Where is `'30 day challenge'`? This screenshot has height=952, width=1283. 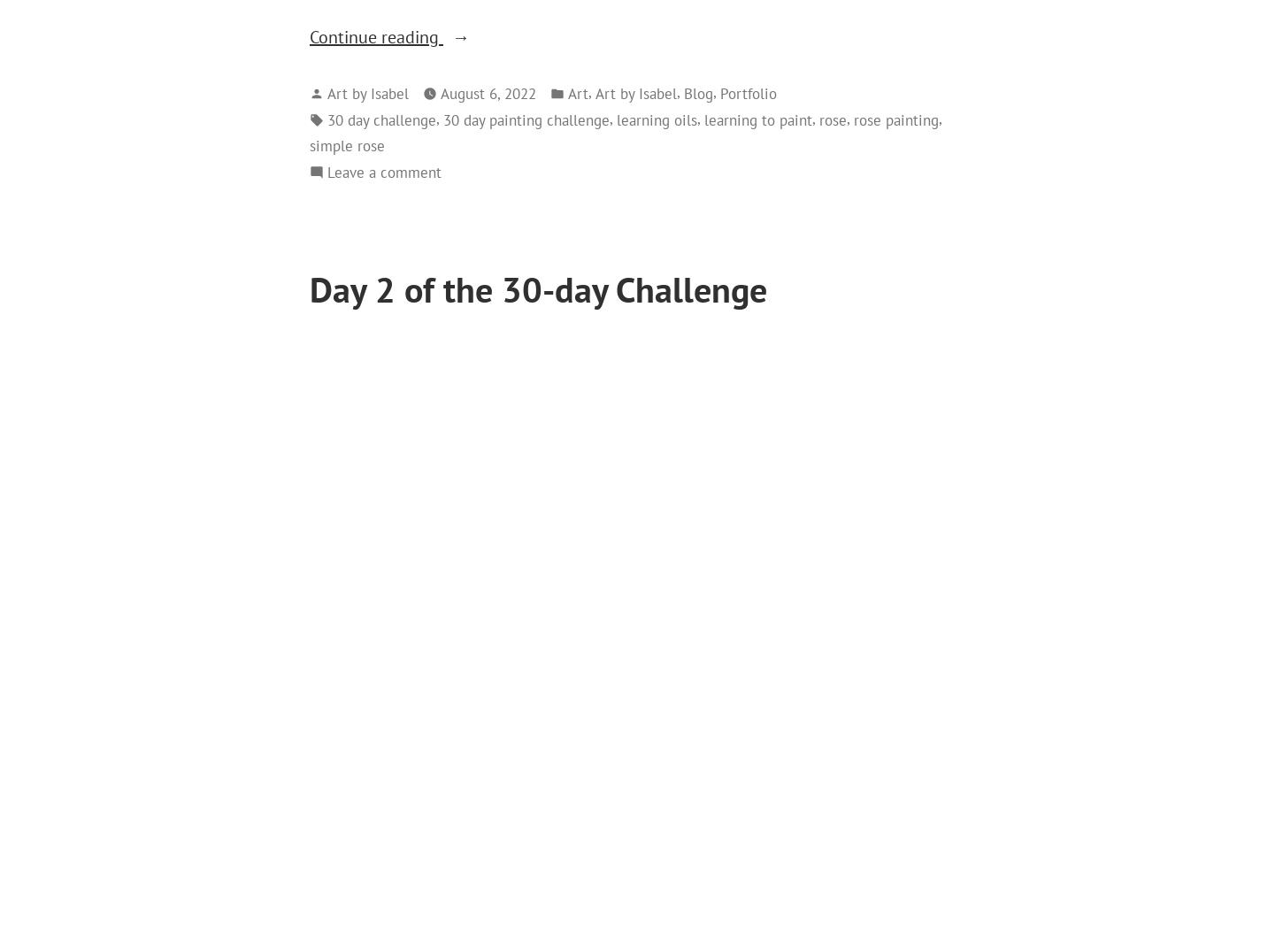 '30 day challenge' is located at coordinates (380, 118).